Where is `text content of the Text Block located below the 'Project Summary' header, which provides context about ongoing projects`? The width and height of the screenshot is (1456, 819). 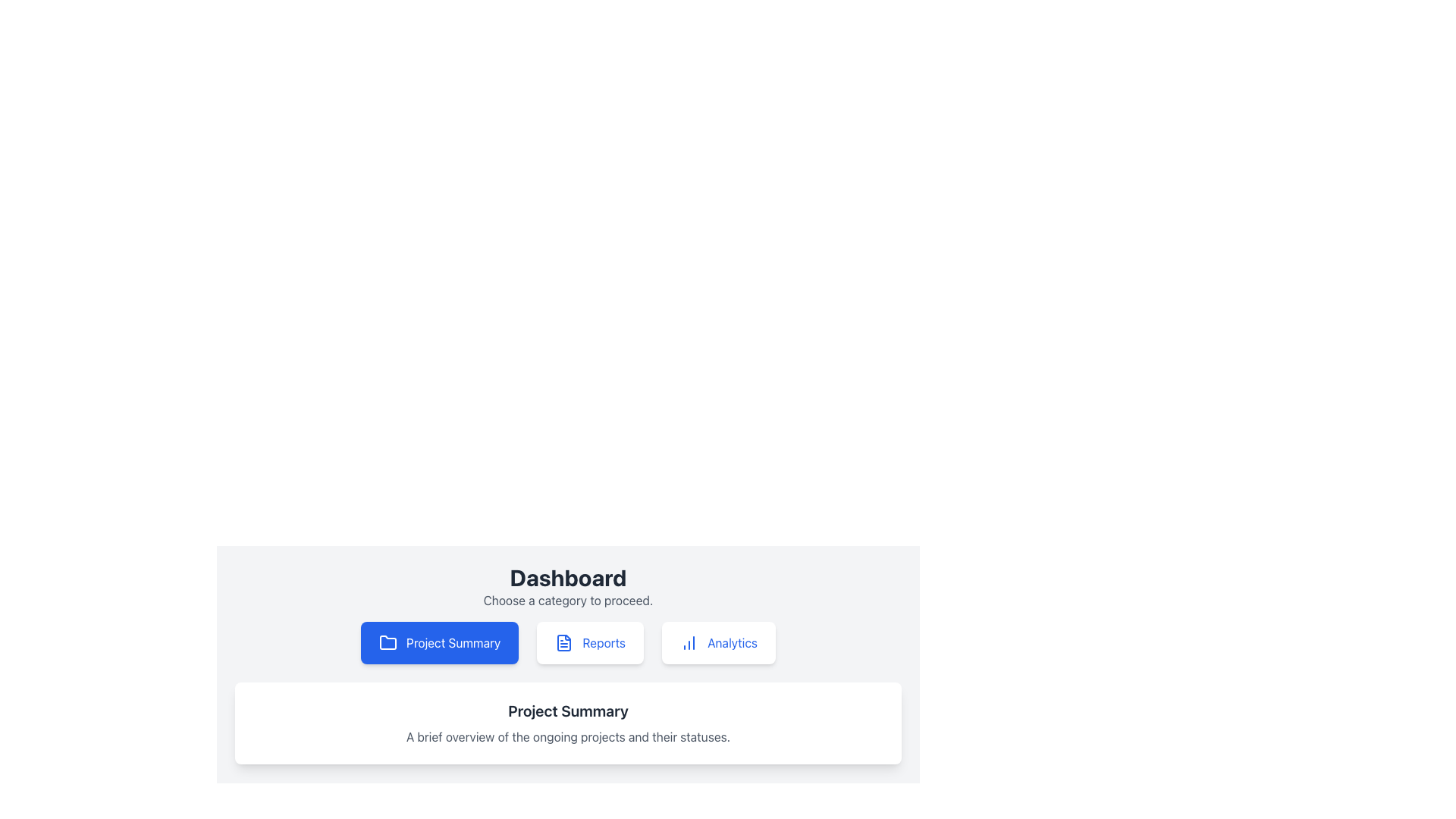 text content of the Text Block located below the 'Project Summary' header, which provides context about ongoing projects is located at coordinates (567, 736).